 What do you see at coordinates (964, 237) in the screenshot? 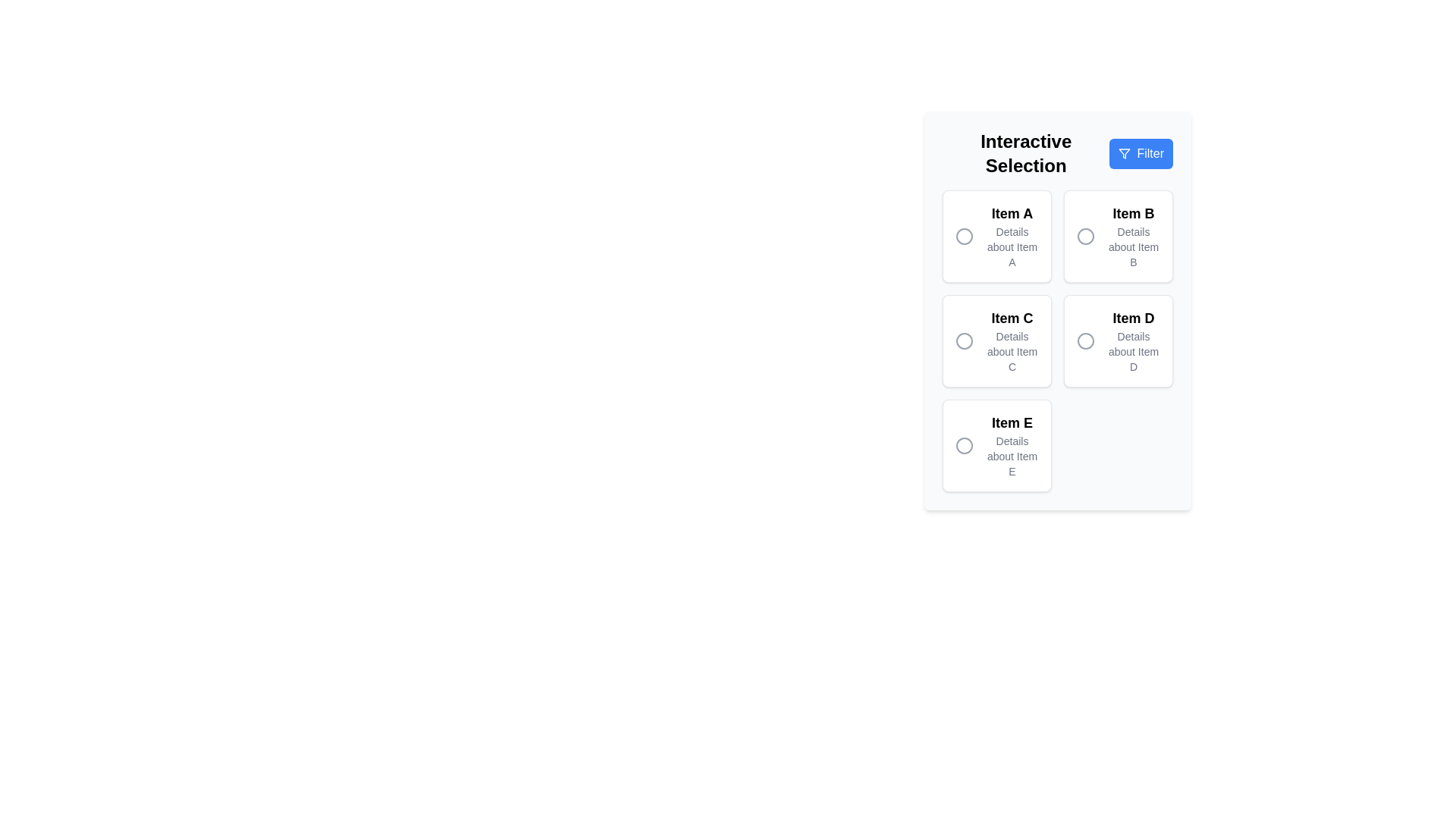
I see `the radio button located to the left of the text 'Item A'` at bounding box center [964, 237].